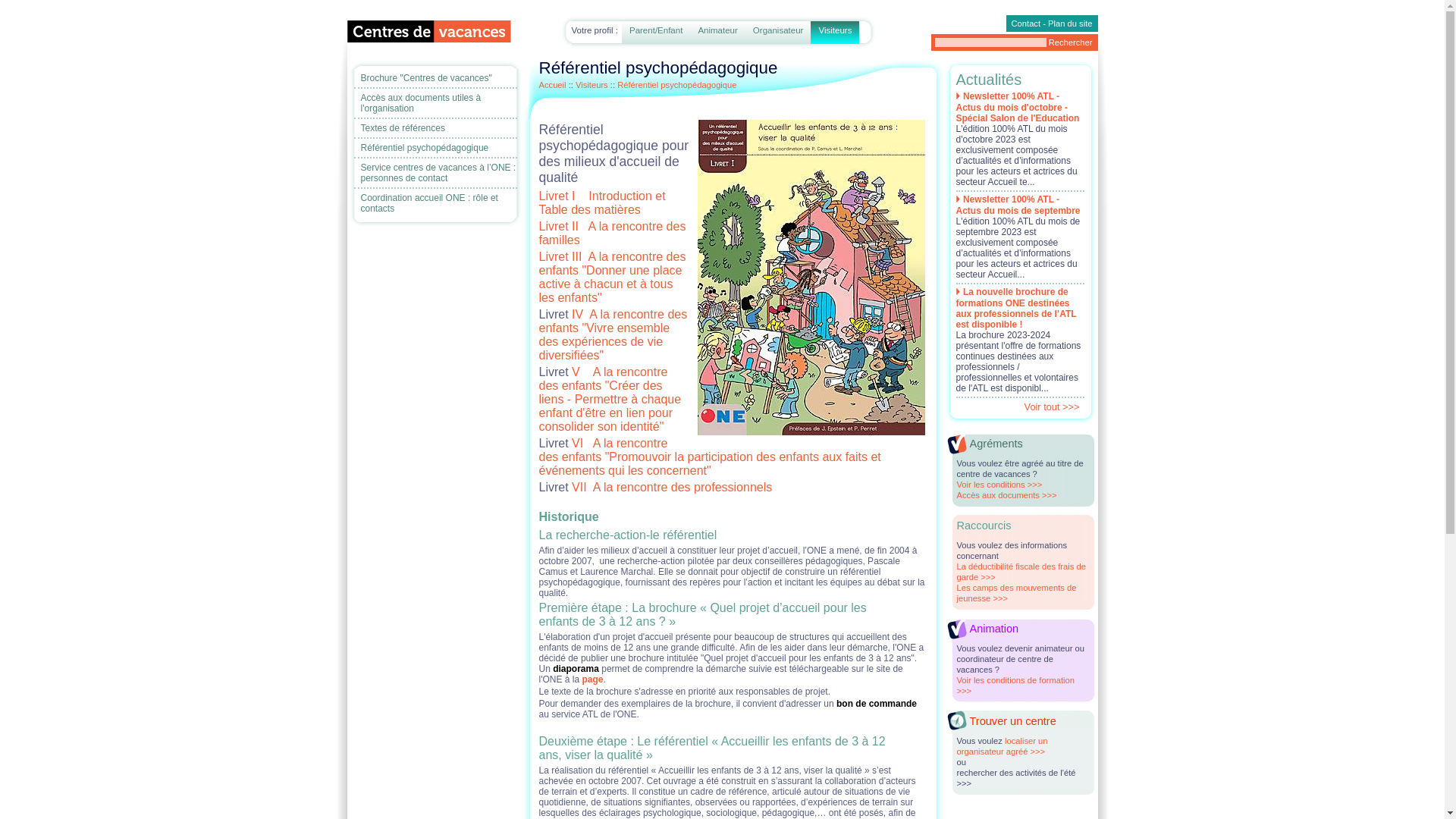 The width and height of the screenshot is (1456, 819). What do you see at coordinates (1069, 42) in the screenshot?
I see `'Rechercher'` at bounding box center [1069, 42].